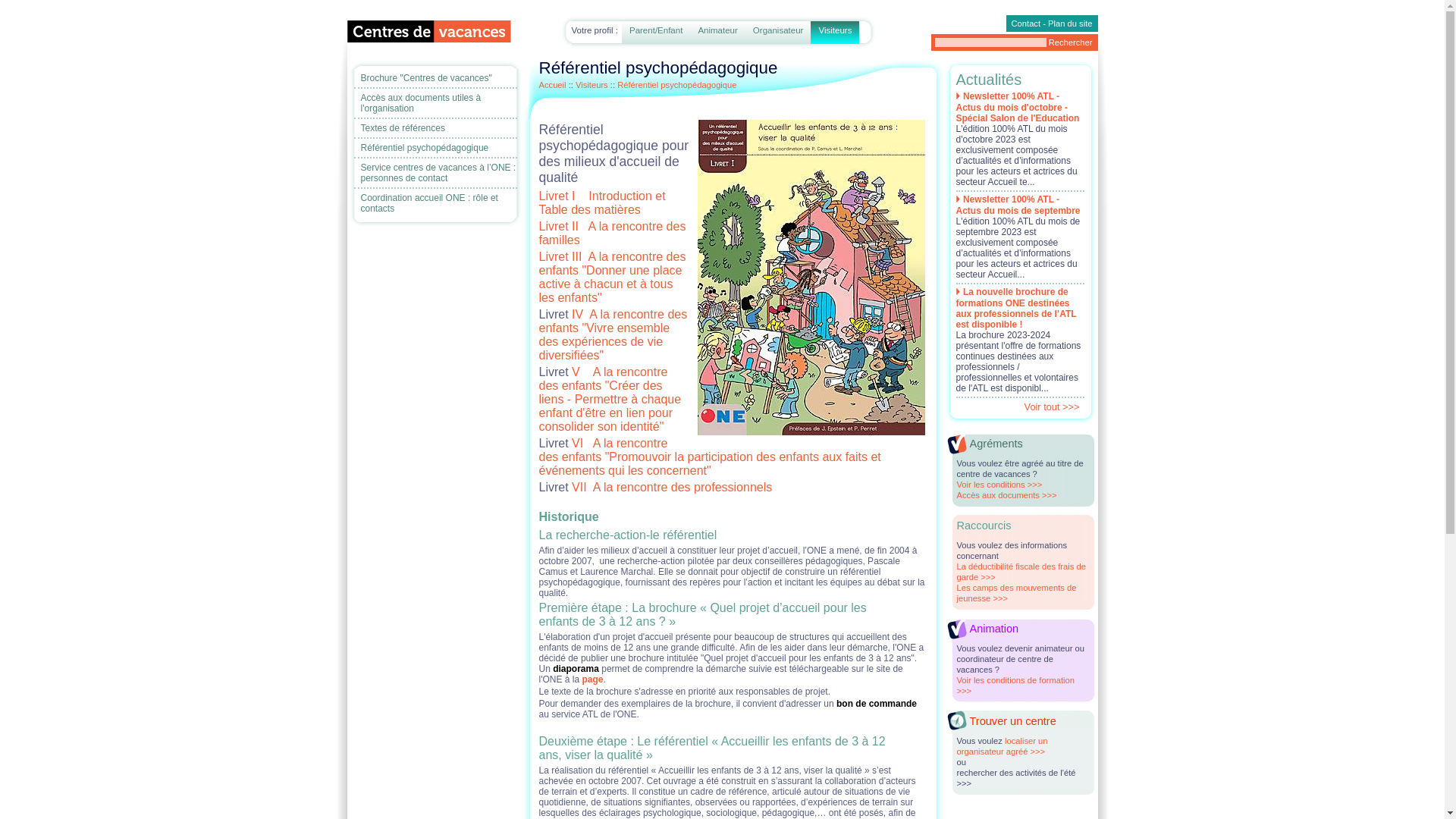 The width and height of the screenshot is (1456, 819). What do you see at coordinates (1069, 42) in the screenshot?
I see `'Rechercher'` at bounding box center [1069, 42].